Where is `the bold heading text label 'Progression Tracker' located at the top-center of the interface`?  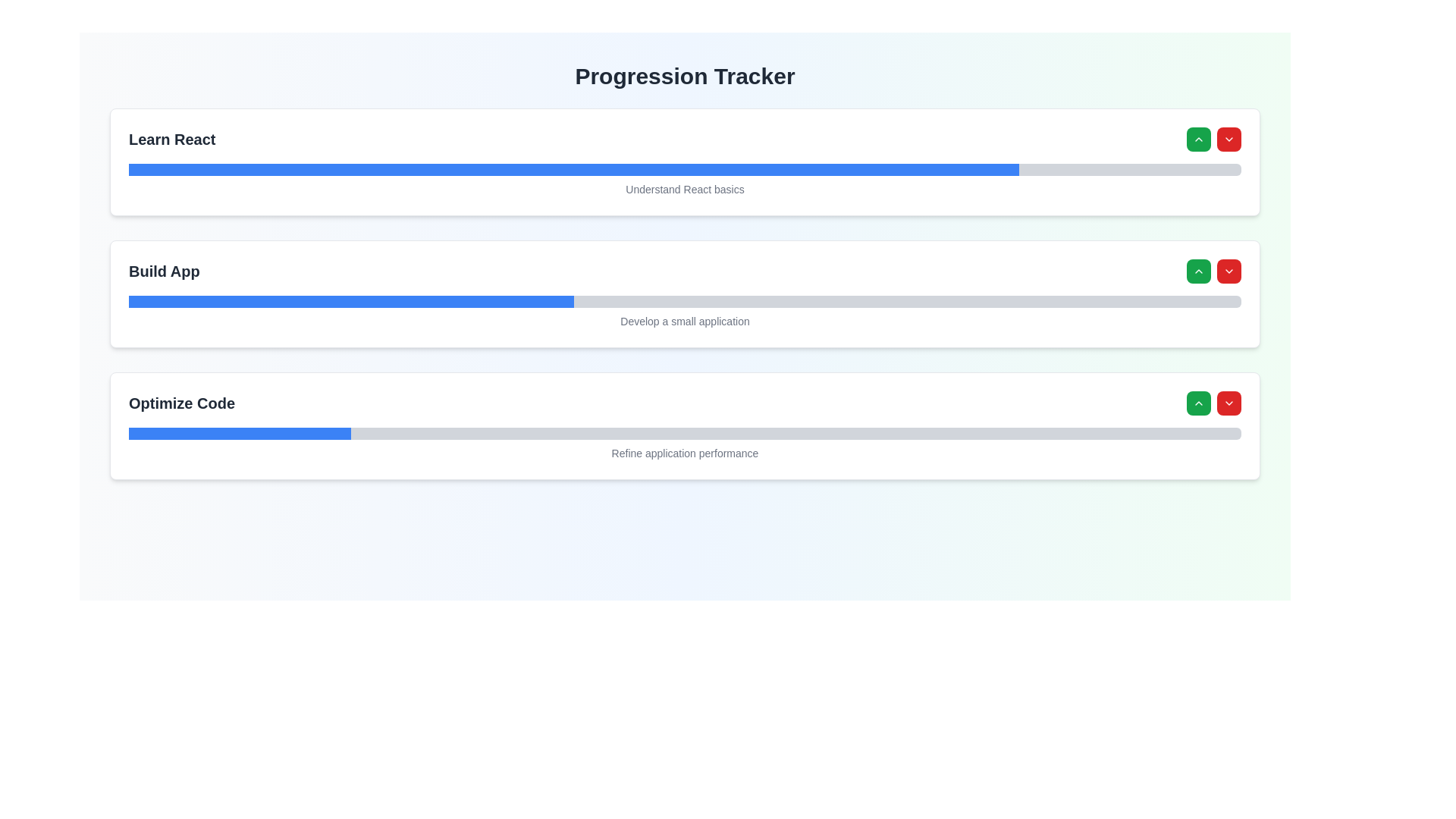
the bold heading text label 'Progression Tracker' located at the top-center of the interface is located at coordinates (684, 76).